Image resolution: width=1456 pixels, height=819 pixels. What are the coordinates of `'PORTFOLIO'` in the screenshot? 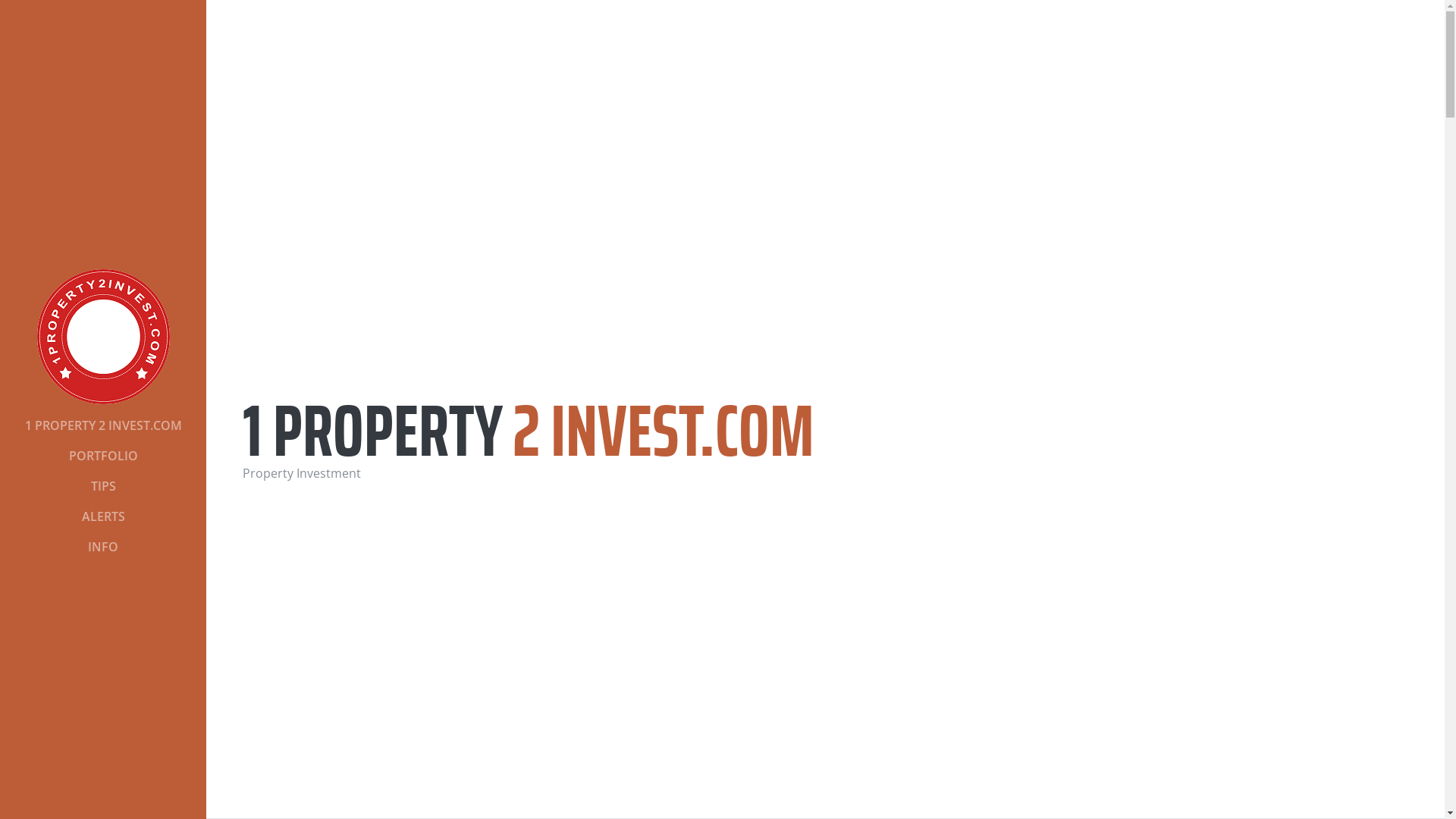 It's located at (102, 455).